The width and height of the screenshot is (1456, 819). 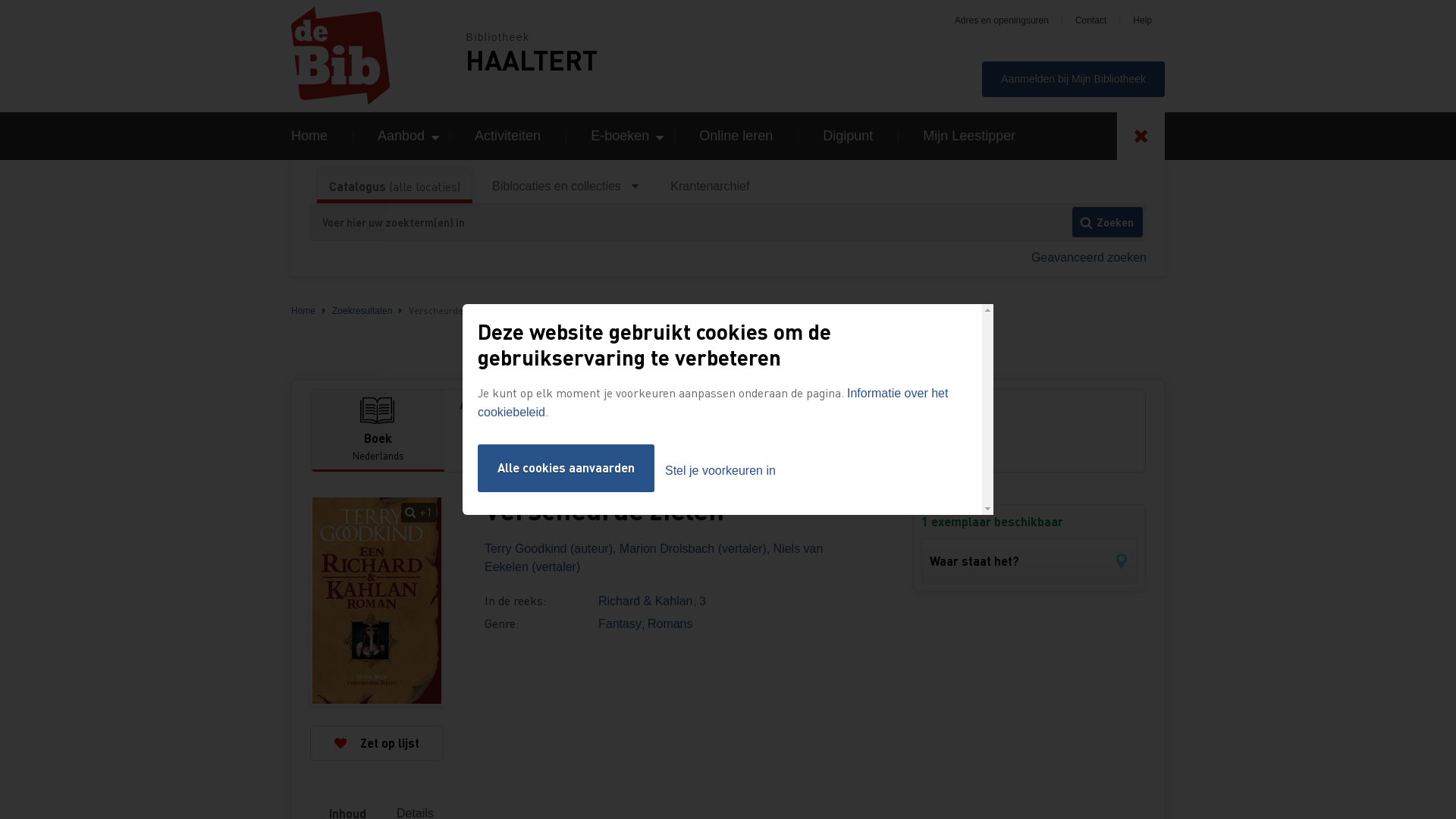 I want to click on 'Andere formaten', so click(x=458, y=404).